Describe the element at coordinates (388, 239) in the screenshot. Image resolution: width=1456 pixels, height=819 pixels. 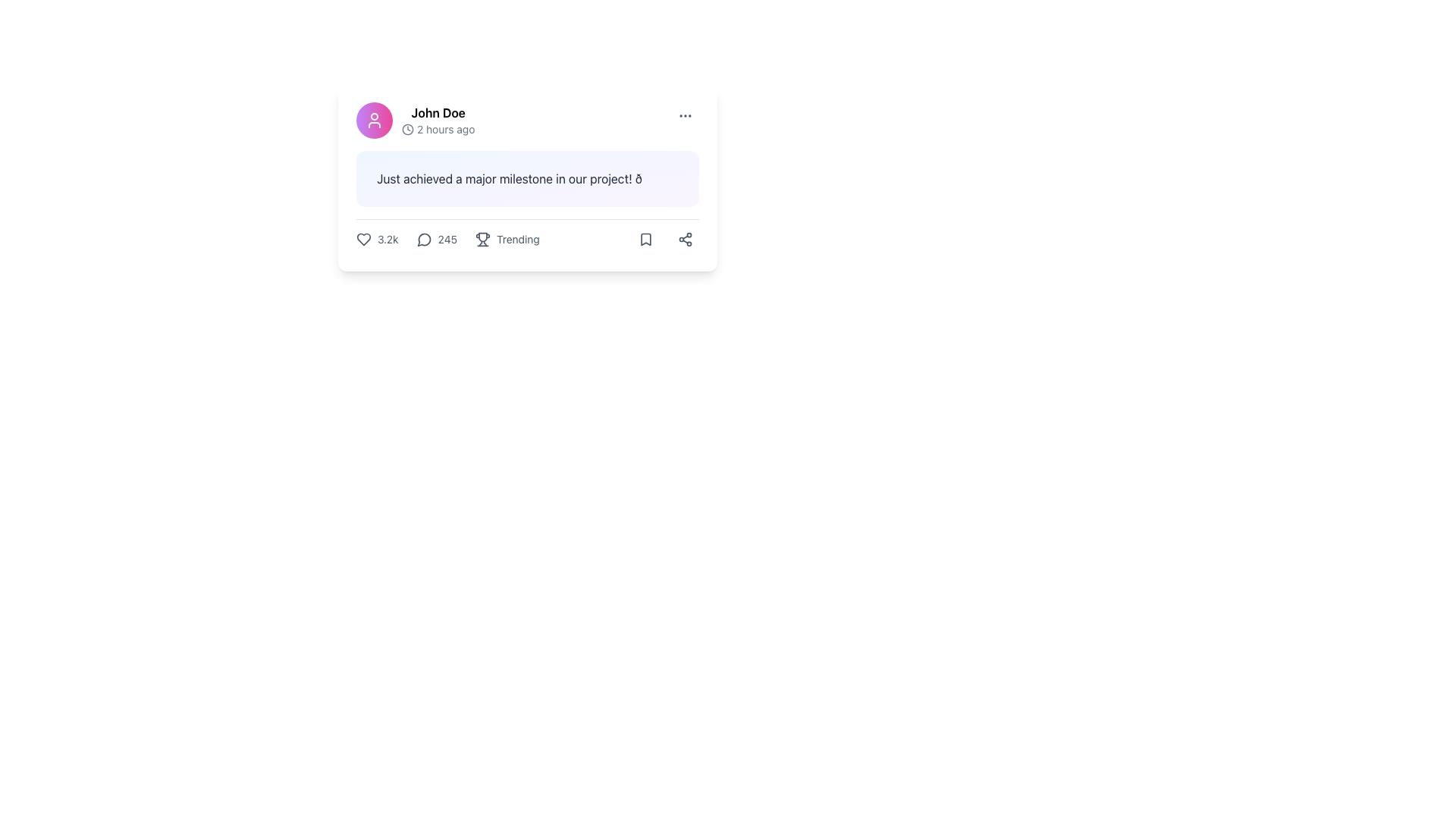
I see `the numerical indicator displayed next to the heart icon, which represents the count of likes or favorites` at that location.